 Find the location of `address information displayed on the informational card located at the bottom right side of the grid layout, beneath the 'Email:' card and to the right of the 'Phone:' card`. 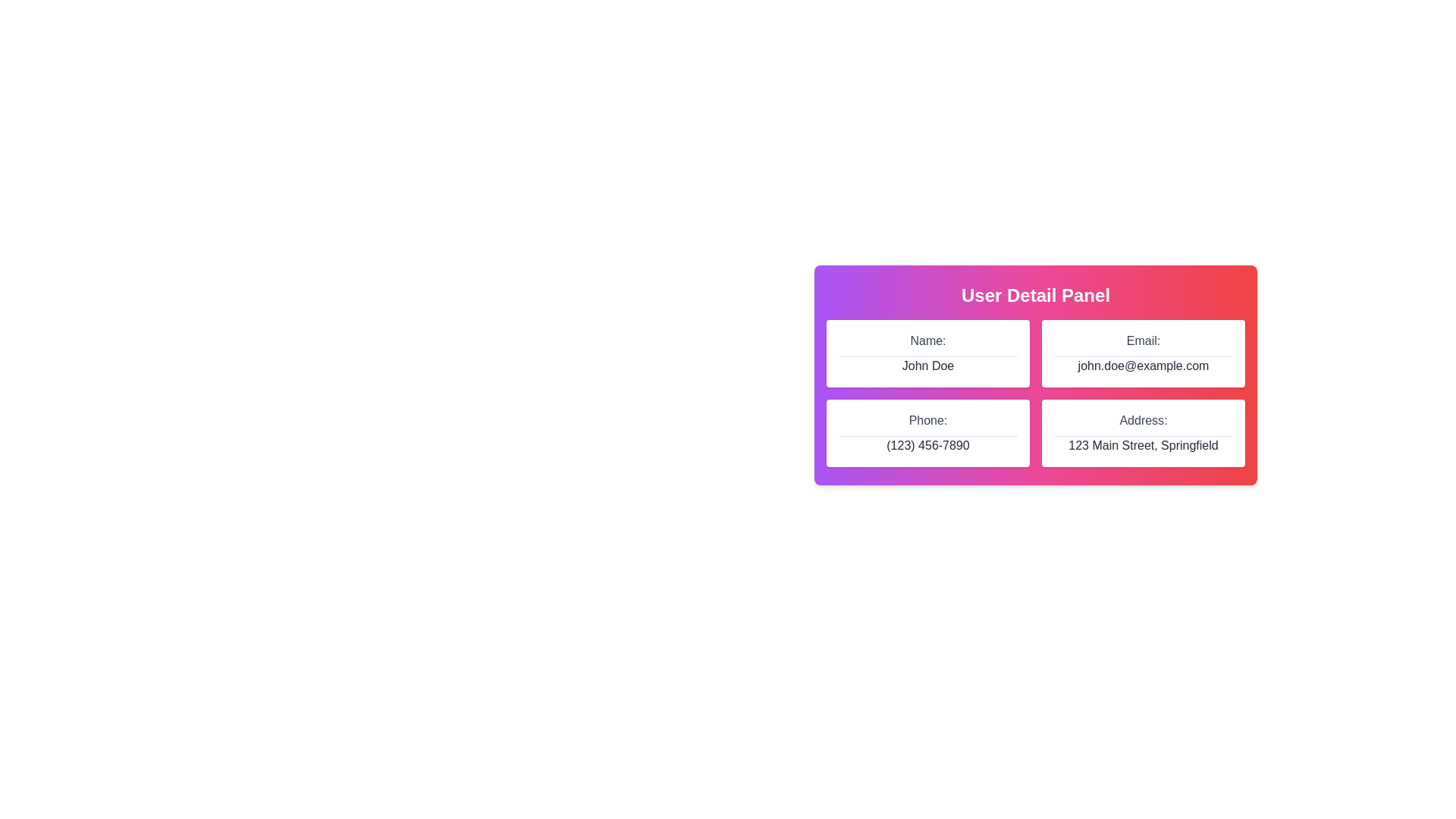

address information displayed on the informational card located at the bottom right side of the grid layout, beneath the 'Email:' card and to the right of the 'Phone:' card is located at coordinates (1143, 432).